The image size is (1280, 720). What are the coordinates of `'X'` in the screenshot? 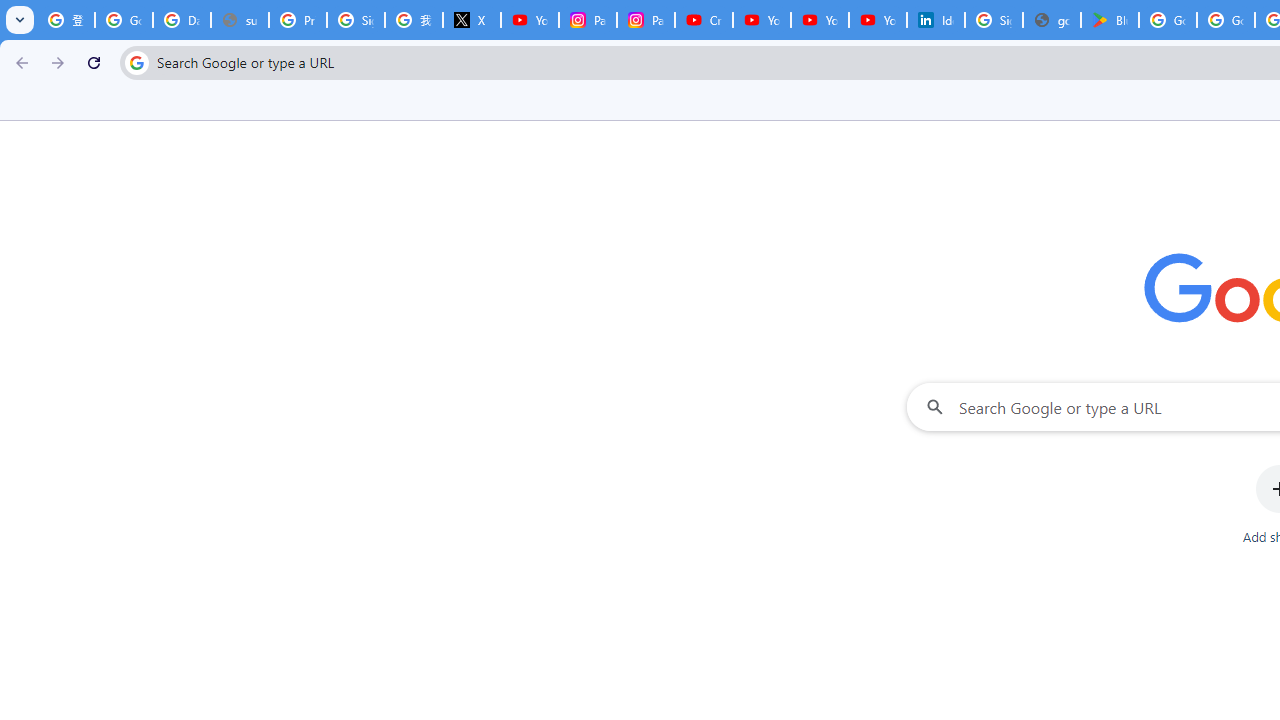 It's located at (470, 20).